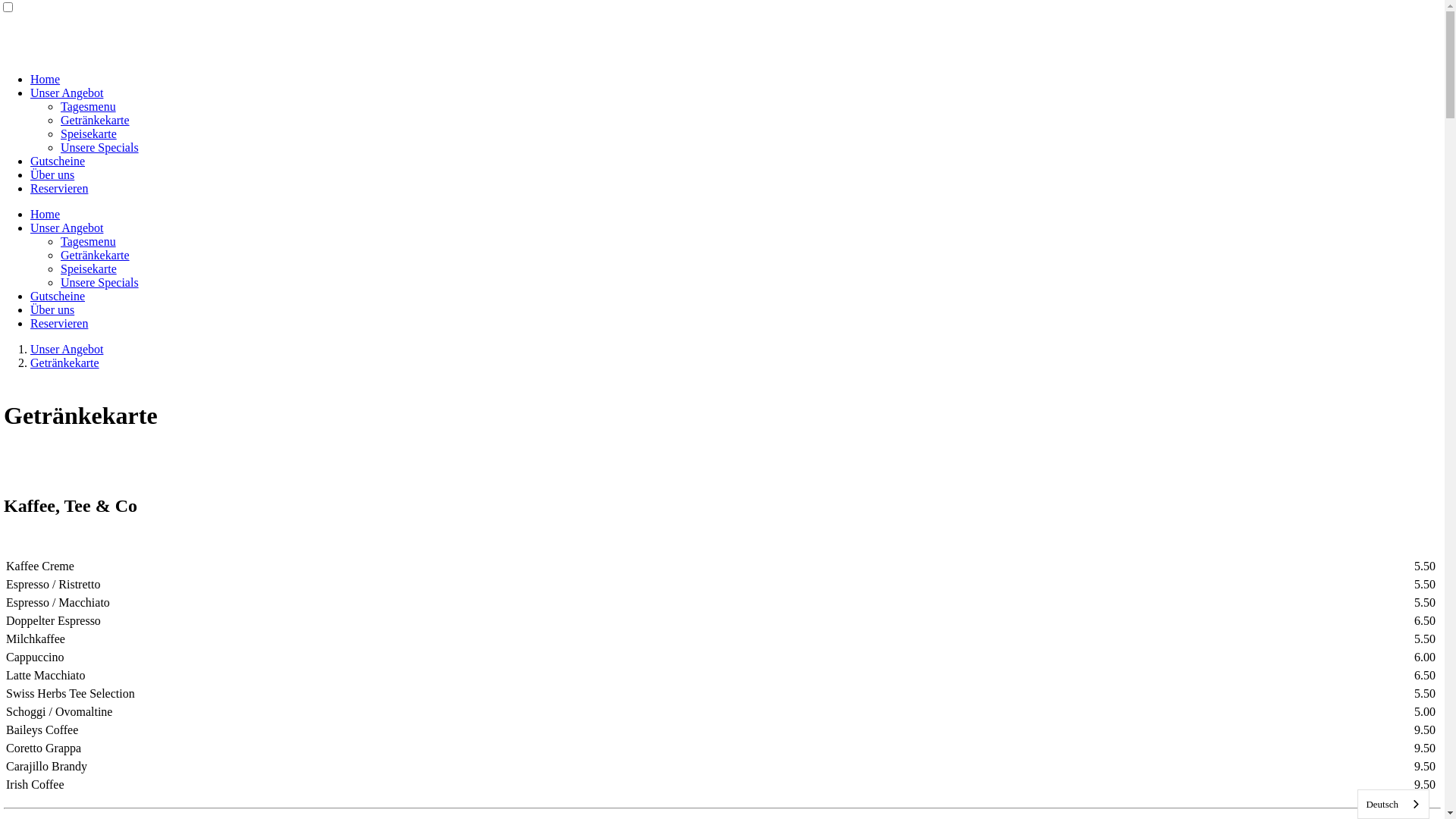 This screenshot has width=1456, height=819. I want to click on 'Deutsch', so click(1393, 803).